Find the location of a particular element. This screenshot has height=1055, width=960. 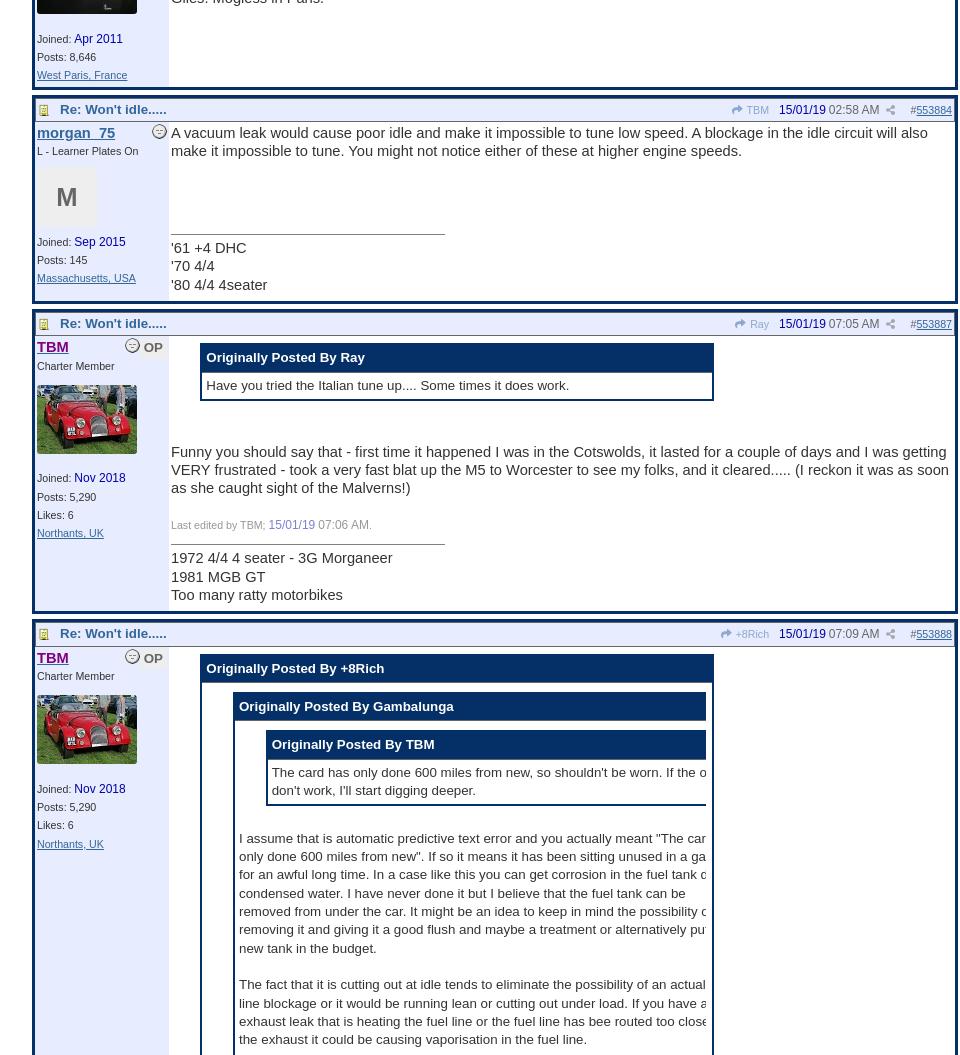

'02:58 AM' is located at coordinates (852, 107).